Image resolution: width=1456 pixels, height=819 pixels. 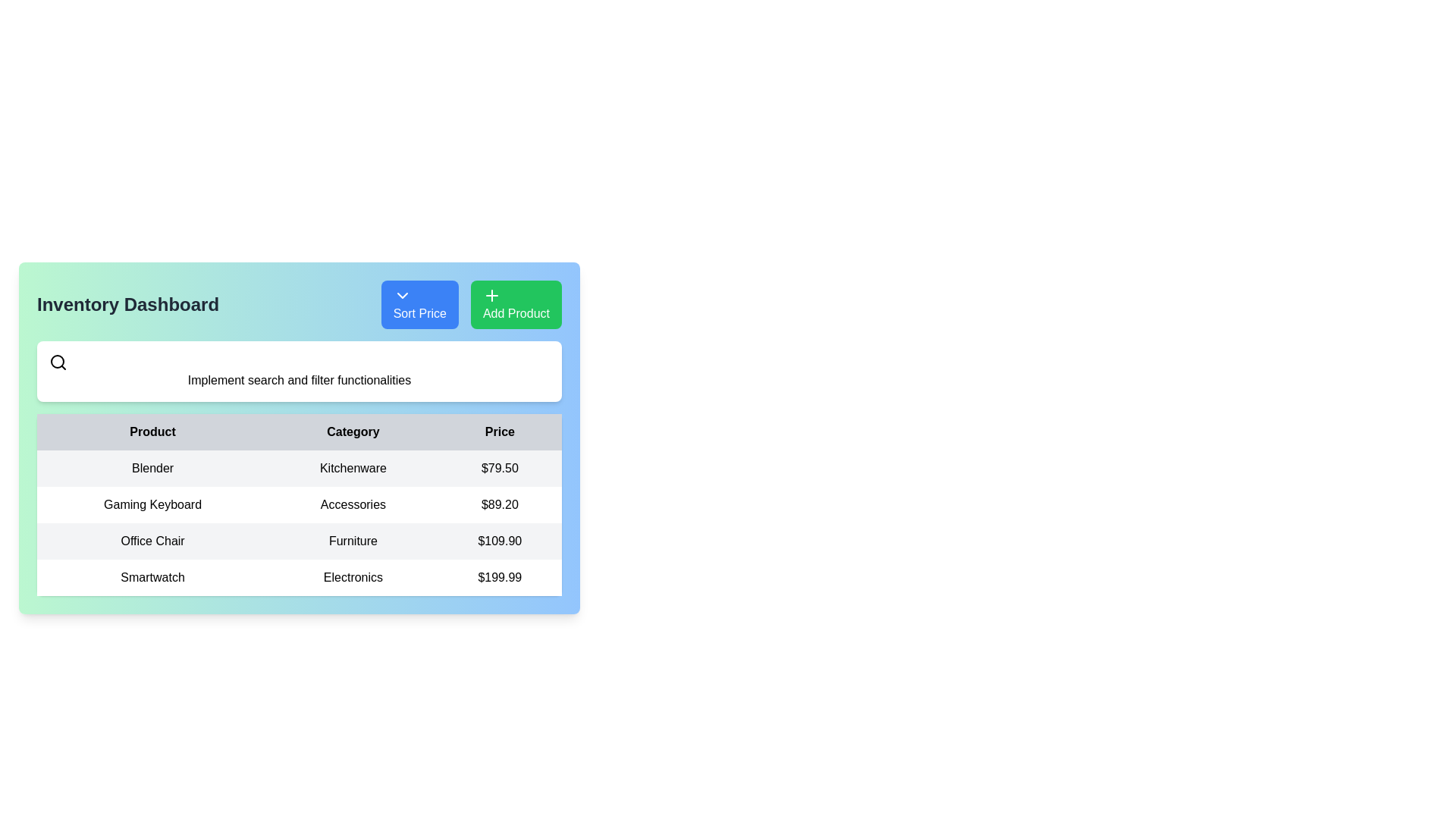 I want to click on displayed text 'Furniture' from the text label which is centrally aligned in a light gray rectangular background, so click(x=352, y=540).